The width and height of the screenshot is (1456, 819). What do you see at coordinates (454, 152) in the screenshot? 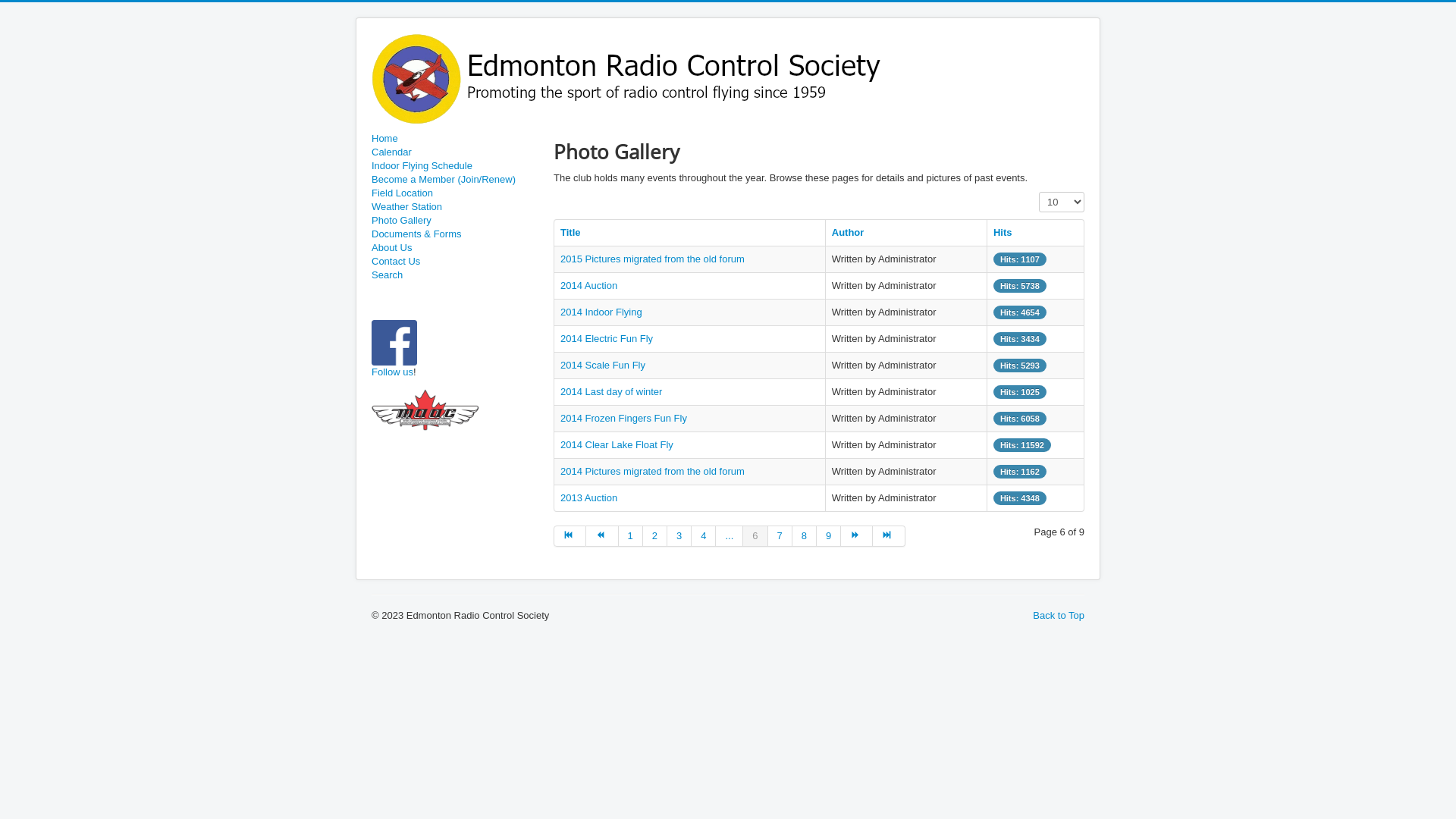
I see `'Calendar'` at bounding box center [454, 152].